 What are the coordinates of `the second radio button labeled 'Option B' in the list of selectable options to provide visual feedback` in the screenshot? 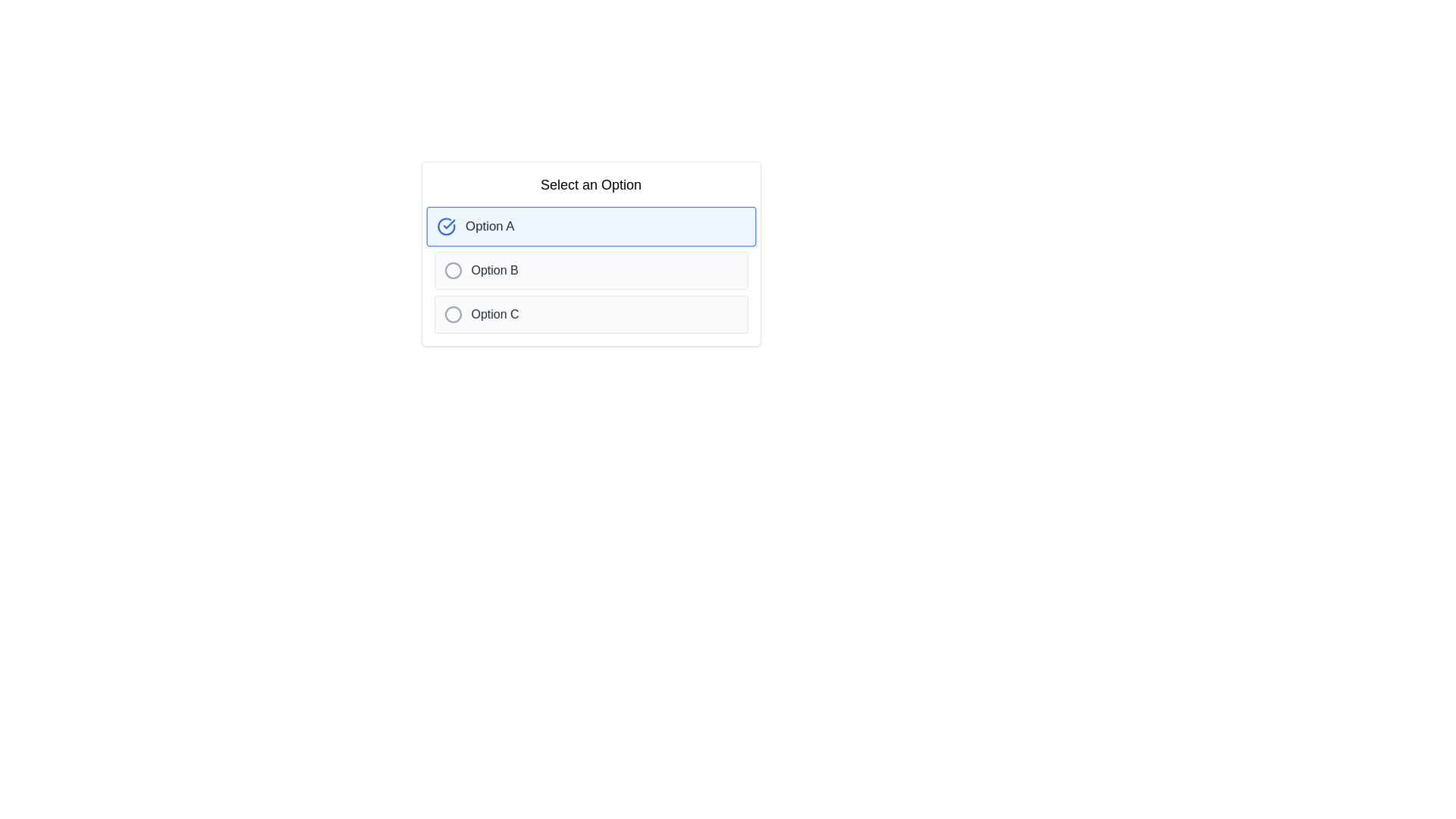 It's located at (590, 270).